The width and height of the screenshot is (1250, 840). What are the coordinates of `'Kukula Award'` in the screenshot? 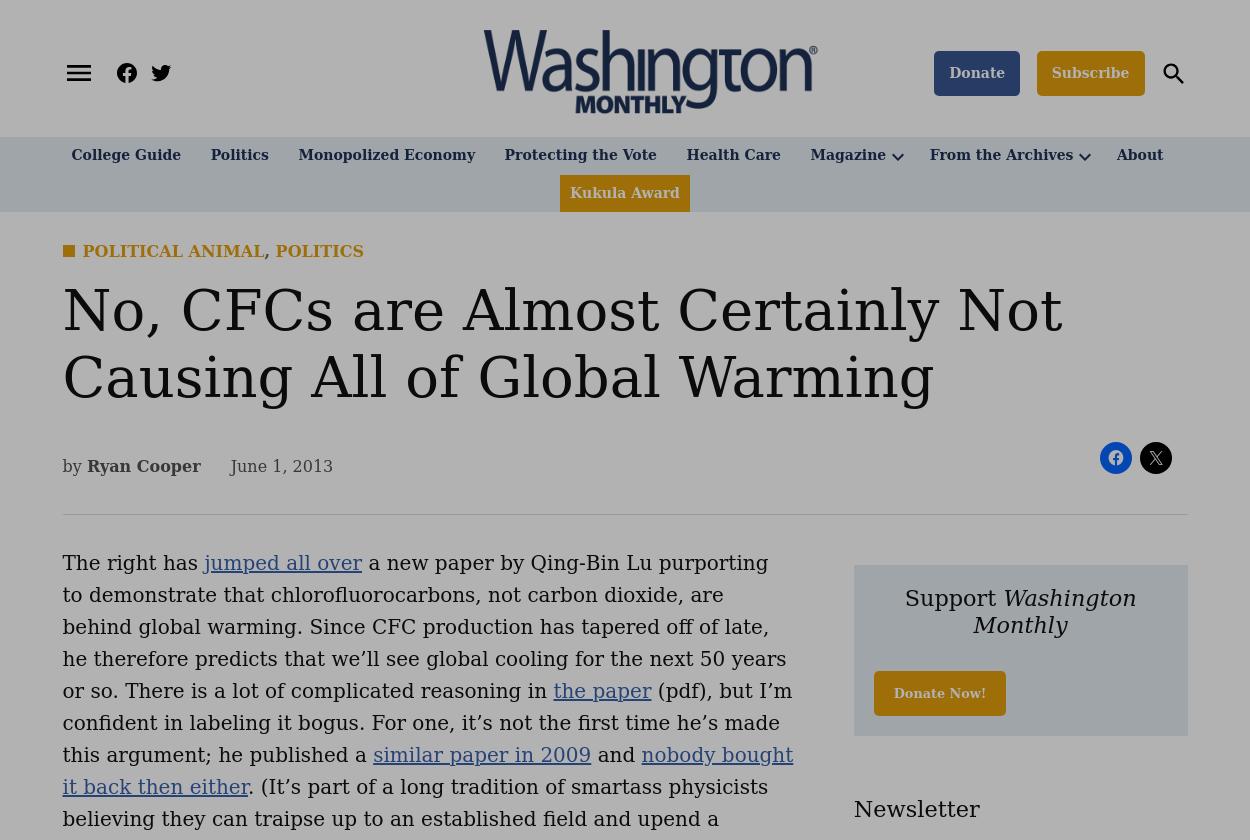 It's located at (623, 192).